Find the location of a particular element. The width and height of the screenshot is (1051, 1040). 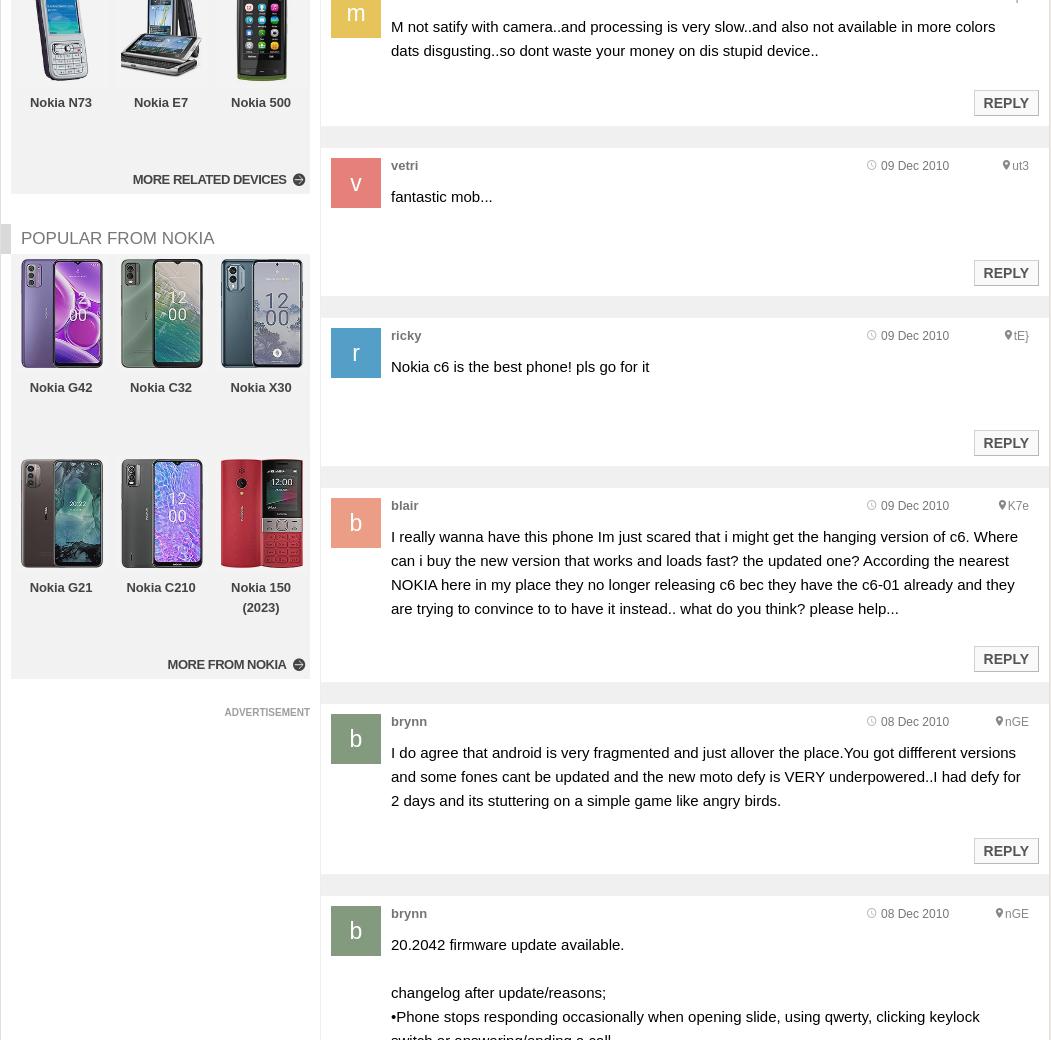

'Nokia C32' is located at coordinates (159, 386).